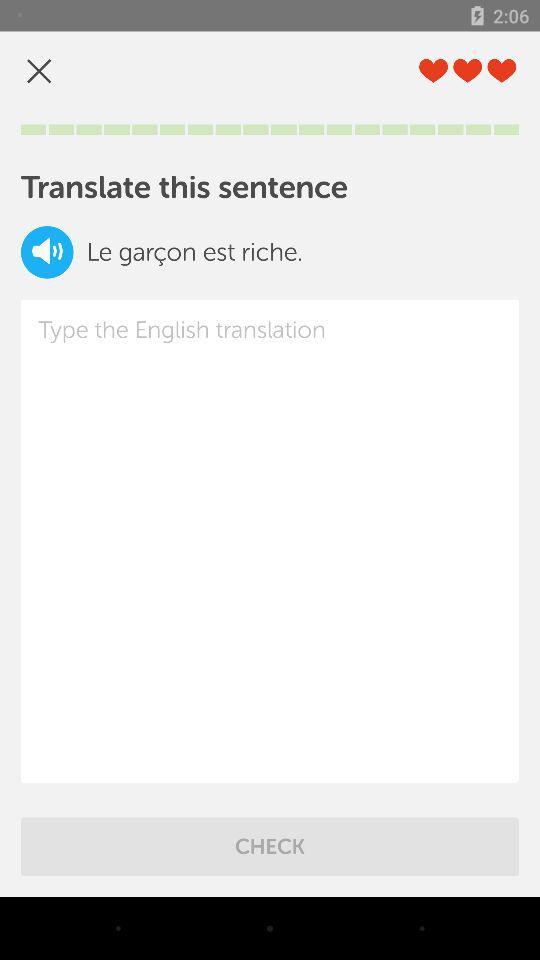 The width and height of the screenshot is (540, 960). What do you see at coordinates (39, 71) in the screenshot?
I see `the close icon` at bounding box center [39, 71].